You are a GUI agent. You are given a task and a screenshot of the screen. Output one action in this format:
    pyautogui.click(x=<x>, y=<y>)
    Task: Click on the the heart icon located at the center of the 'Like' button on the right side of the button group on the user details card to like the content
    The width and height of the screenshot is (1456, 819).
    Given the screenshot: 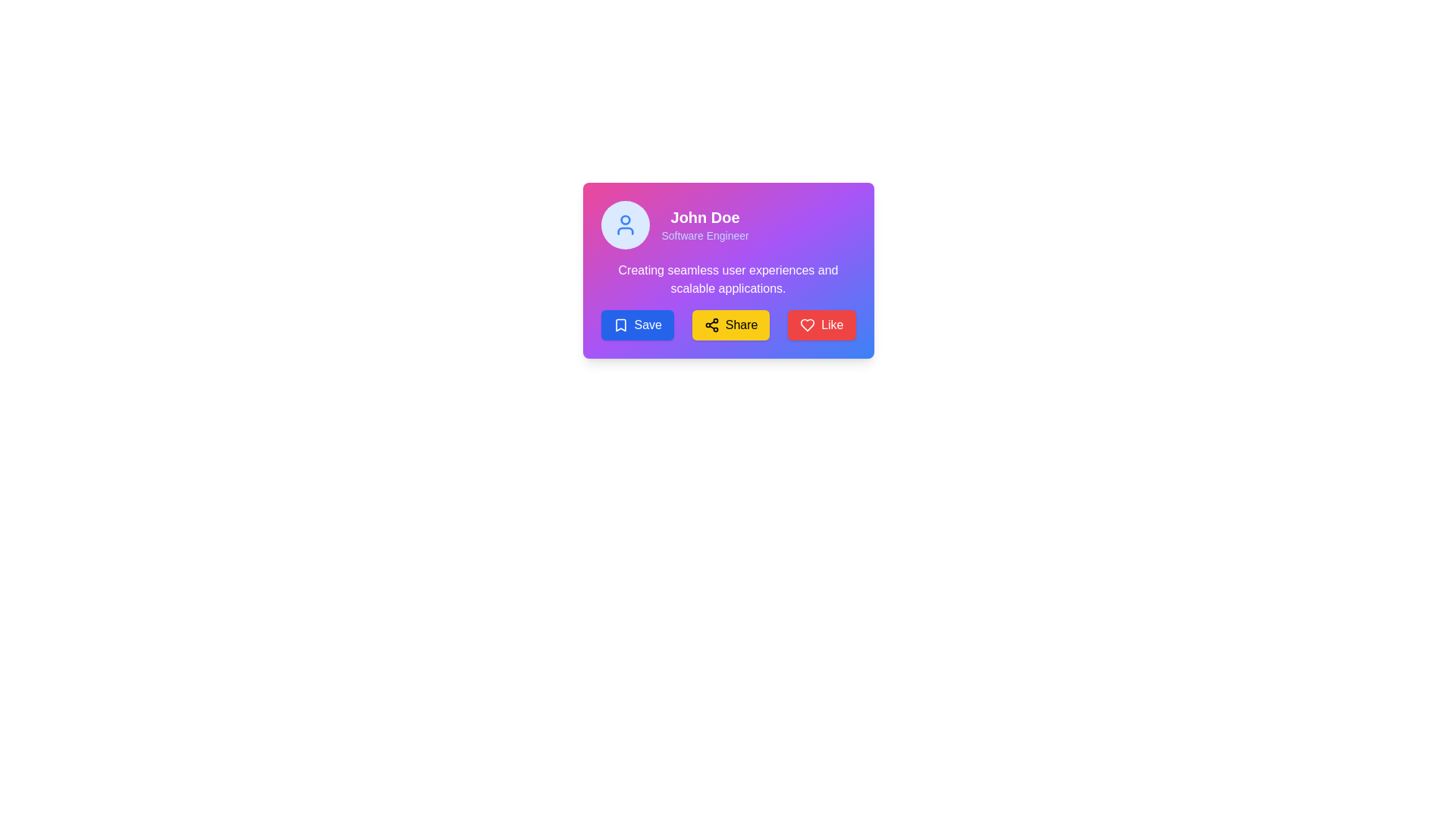 What is the action you would take?
    pyautogui.click(x=807, y=324)
    